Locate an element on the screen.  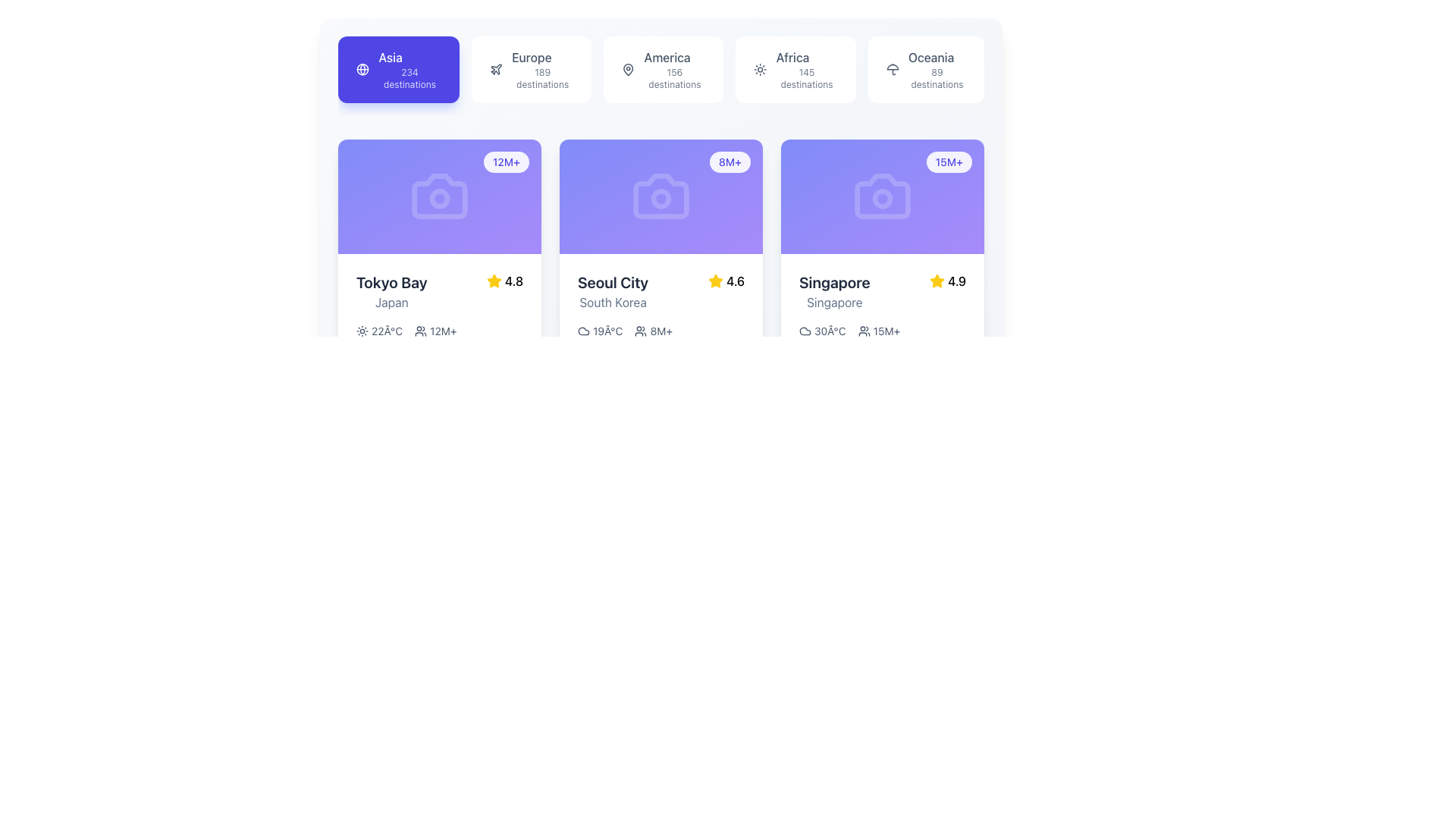
the Informational Badge displaying '12M+' at the top-right corner of the 'Tokyo Bay' destination card is located at coordinates (506, 162).